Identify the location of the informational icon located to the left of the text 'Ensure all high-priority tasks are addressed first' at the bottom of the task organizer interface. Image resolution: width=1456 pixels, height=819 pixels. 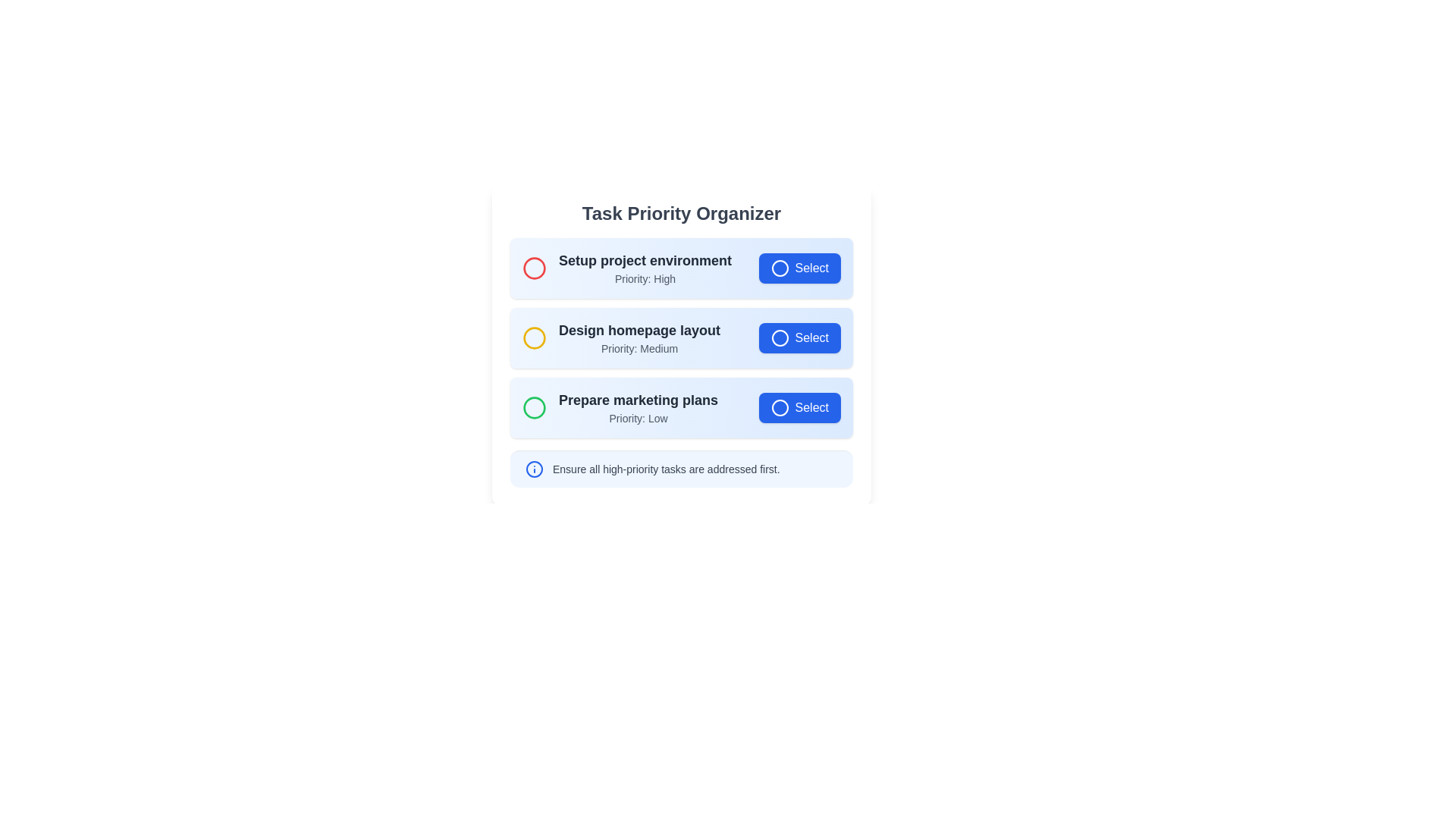
(535, 468).